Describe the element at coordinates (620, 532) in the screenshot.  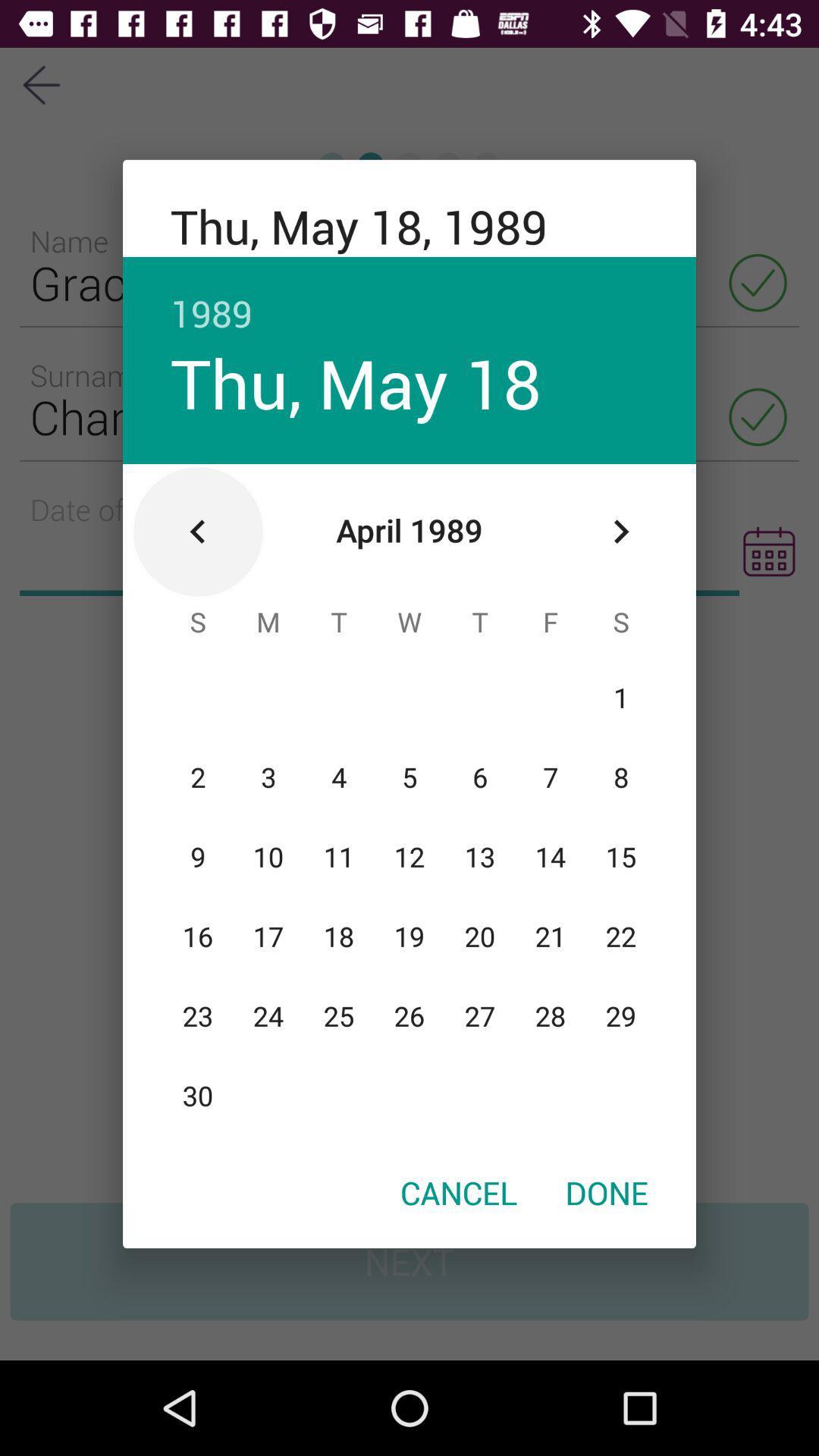
I see `the item above the done` at that location.